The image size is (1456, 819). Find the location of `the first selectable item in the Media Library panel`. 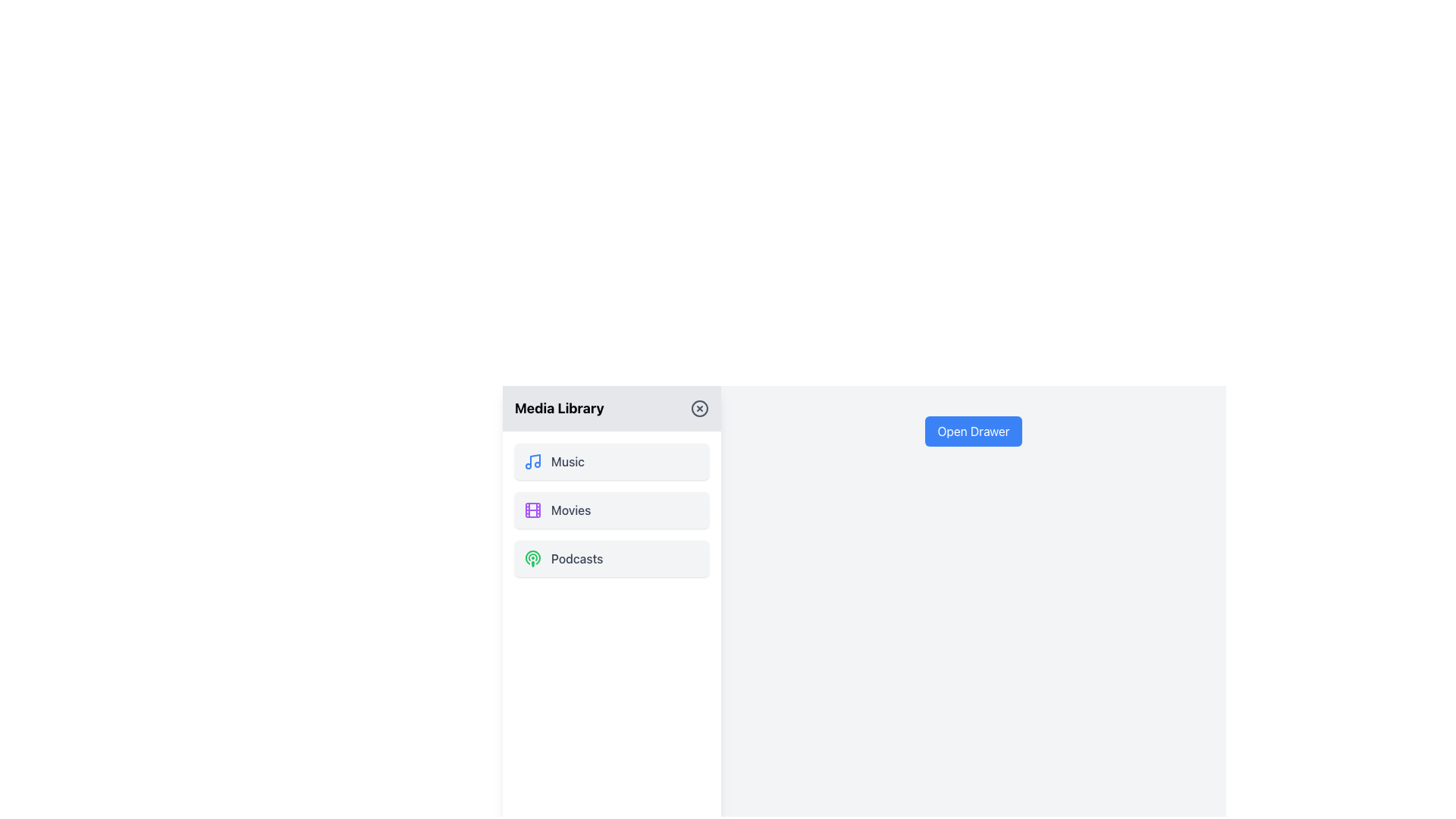

the first selectable item in the Media Library panel is located at coordinates (611, 461).